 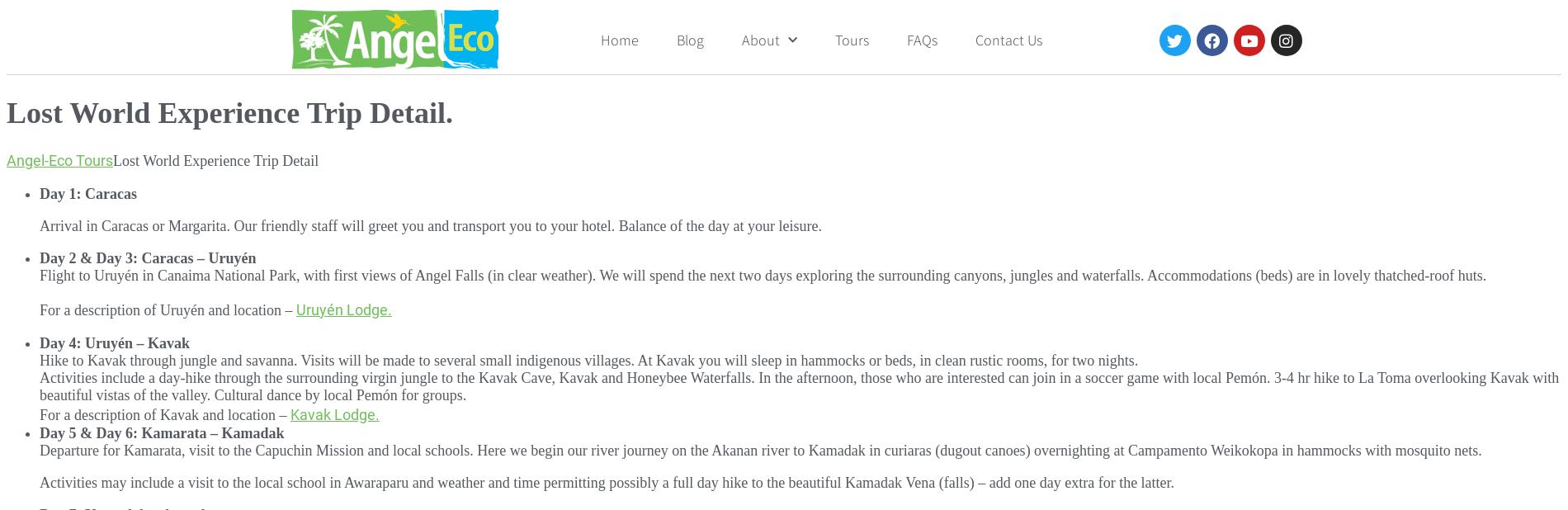 What do you see at coordinates (799, 385) in the screenshot?
I see `'Activities include a day-hike through the surrounding virgin jungle to the Kavak Cave, Kavak and Honeybee Waterfalls. In the afternoon, those who are interested can join in a soccer game with local Pemón. 3-4 hr hike to La Toma overlooking Kavak with beautiful vistas of the valley. Cultural dance by local Pemón for groups.'` at bounding box center [799, 385].